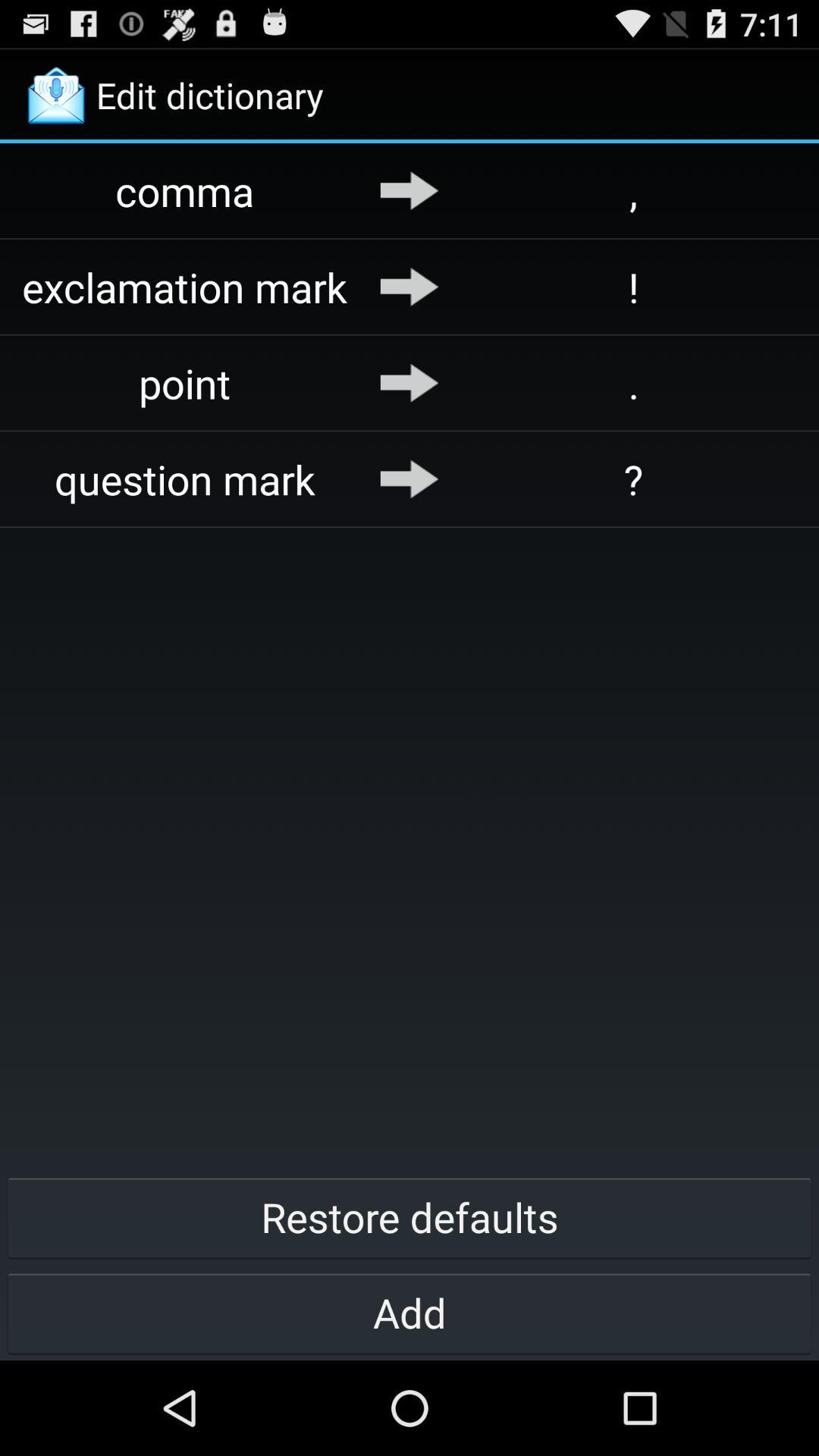  I want to click on icon to the left of ? app, so click(409, 478).